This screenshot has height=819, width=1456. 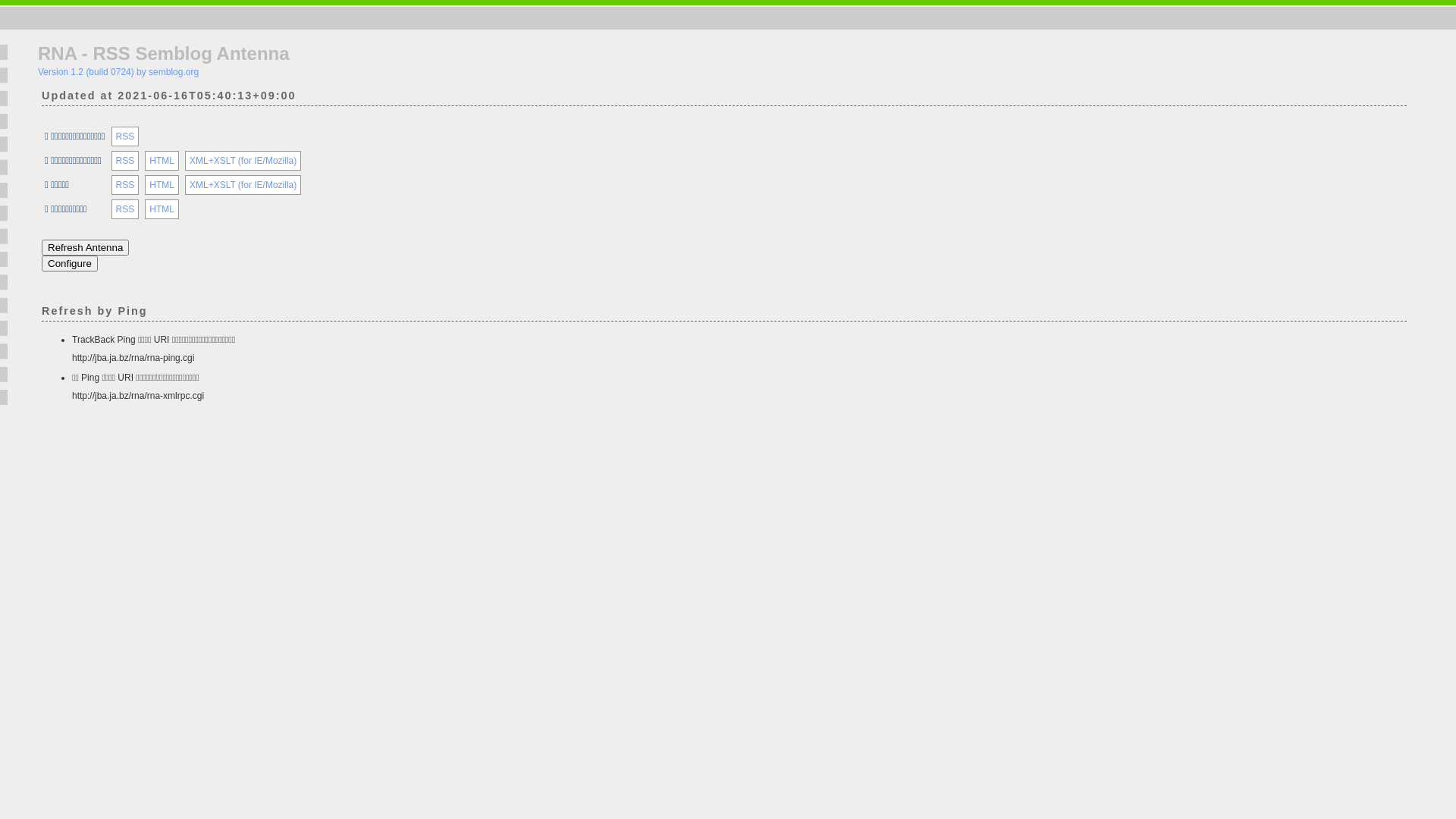 What do you see at coordinates (125, 209) in the screenshot?
I see `'RSS'` at bounding box center [125, 209].